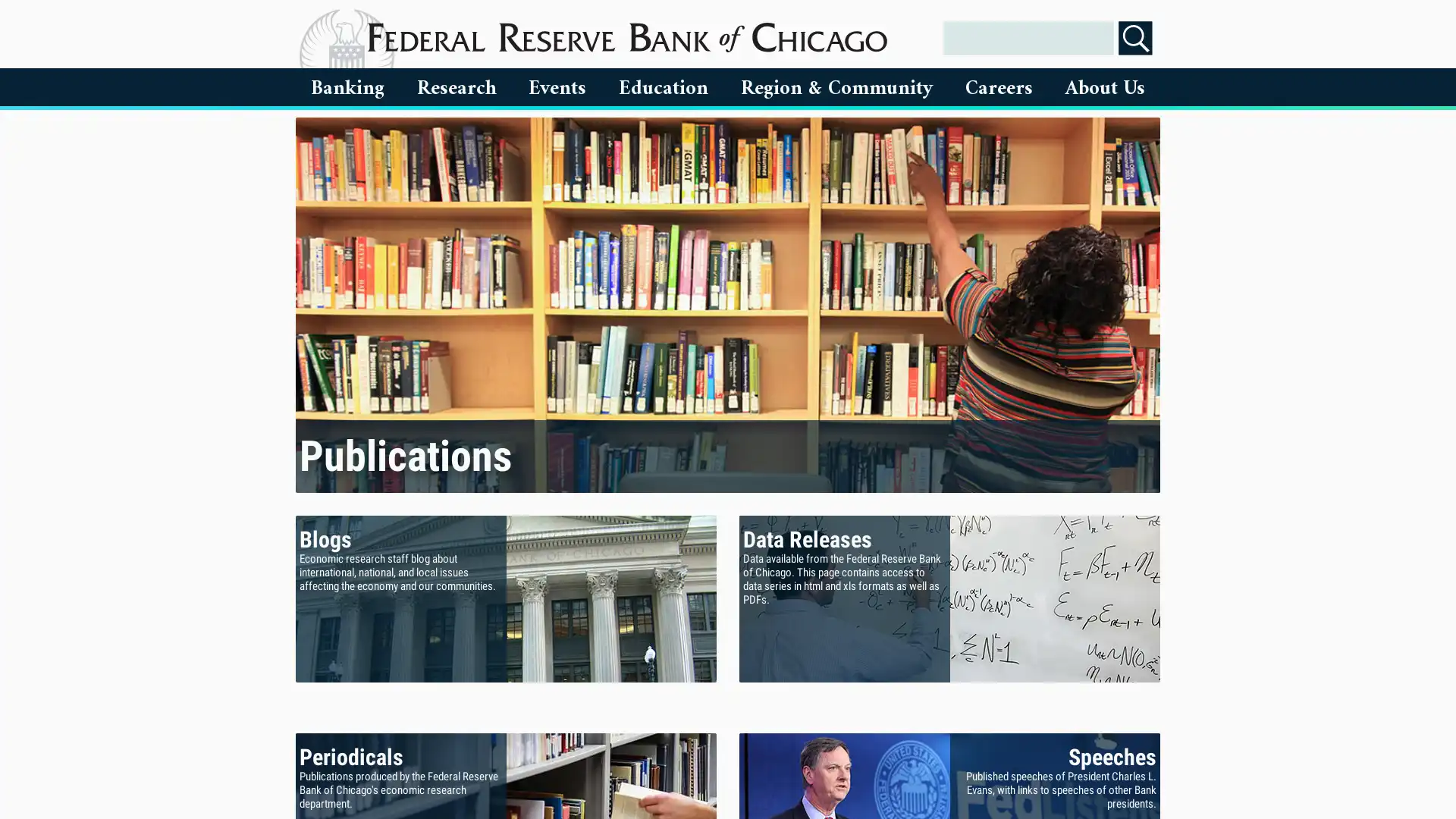  Describe the element at coordinates (1135, 37) in the screenshot. I see `Search` at that location.